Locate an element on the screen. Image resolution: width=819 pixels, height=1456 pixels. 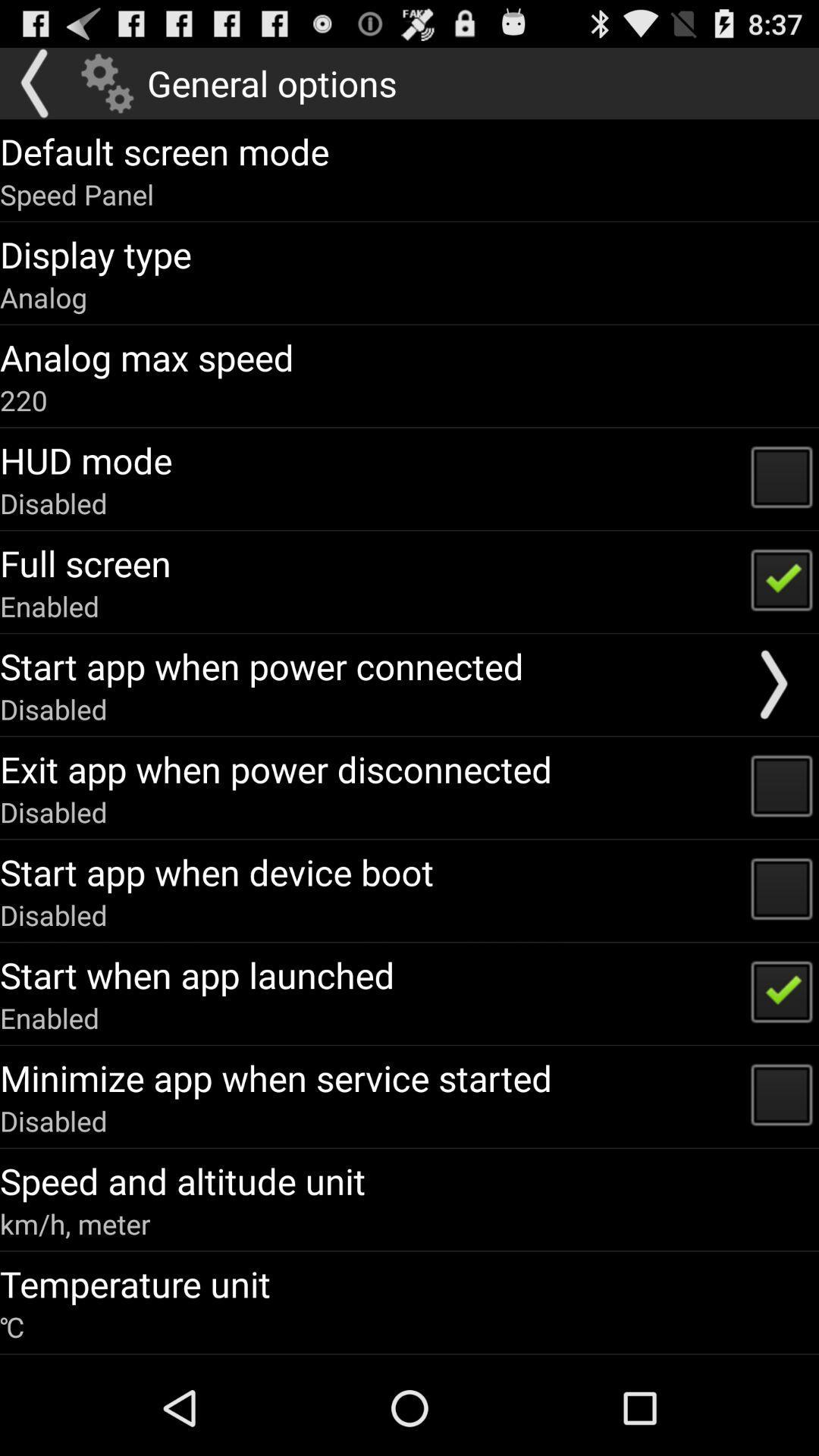
speed panel icon is located at coordinates (77, 193).